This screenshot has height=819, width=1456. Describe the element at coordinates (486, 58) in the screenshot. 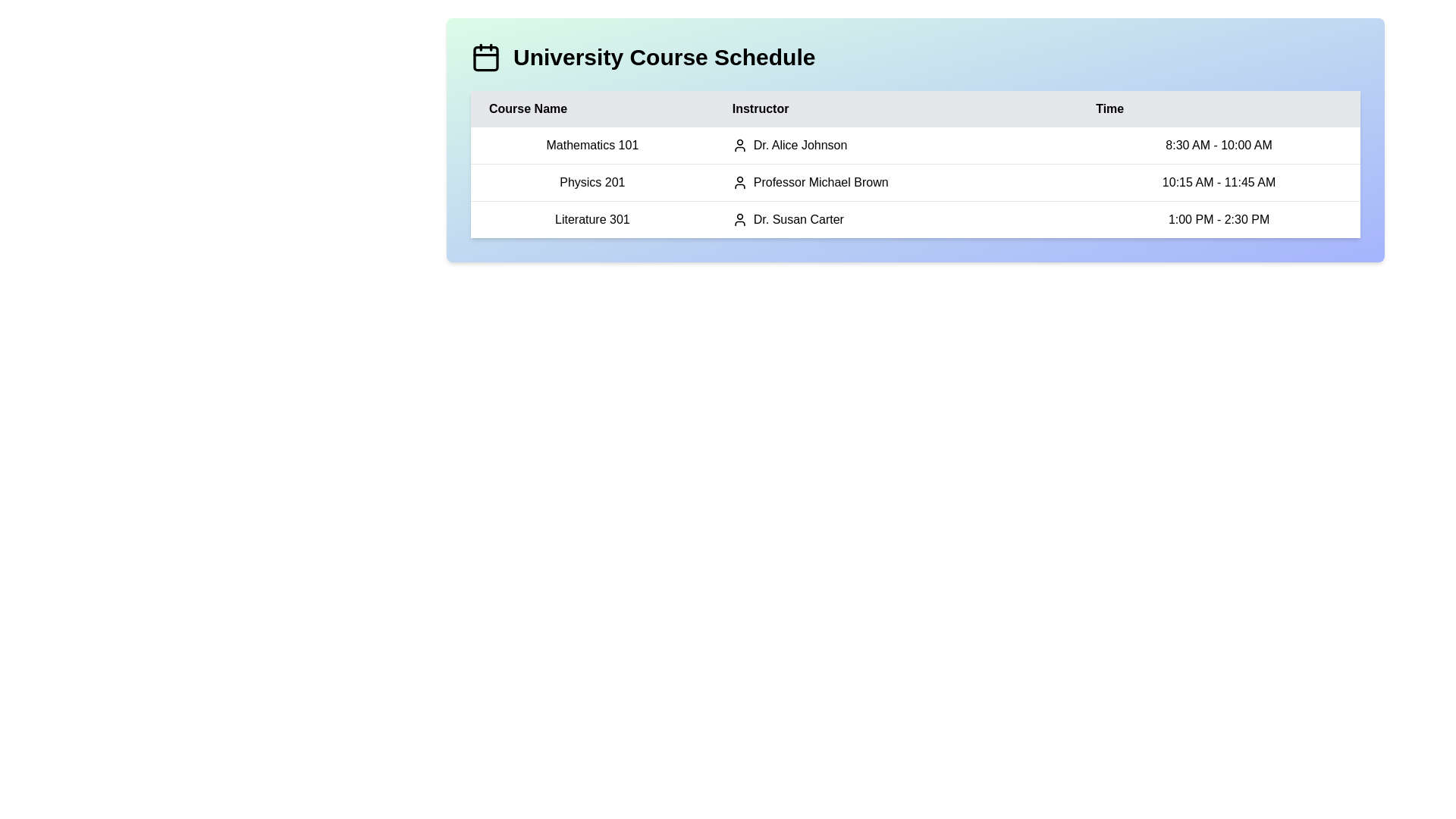

I see `the calendar icon, which is a red rounded rectangle centrally positioned within the calendar symbol, located in the top-left corner of the course schedule card` at that location.